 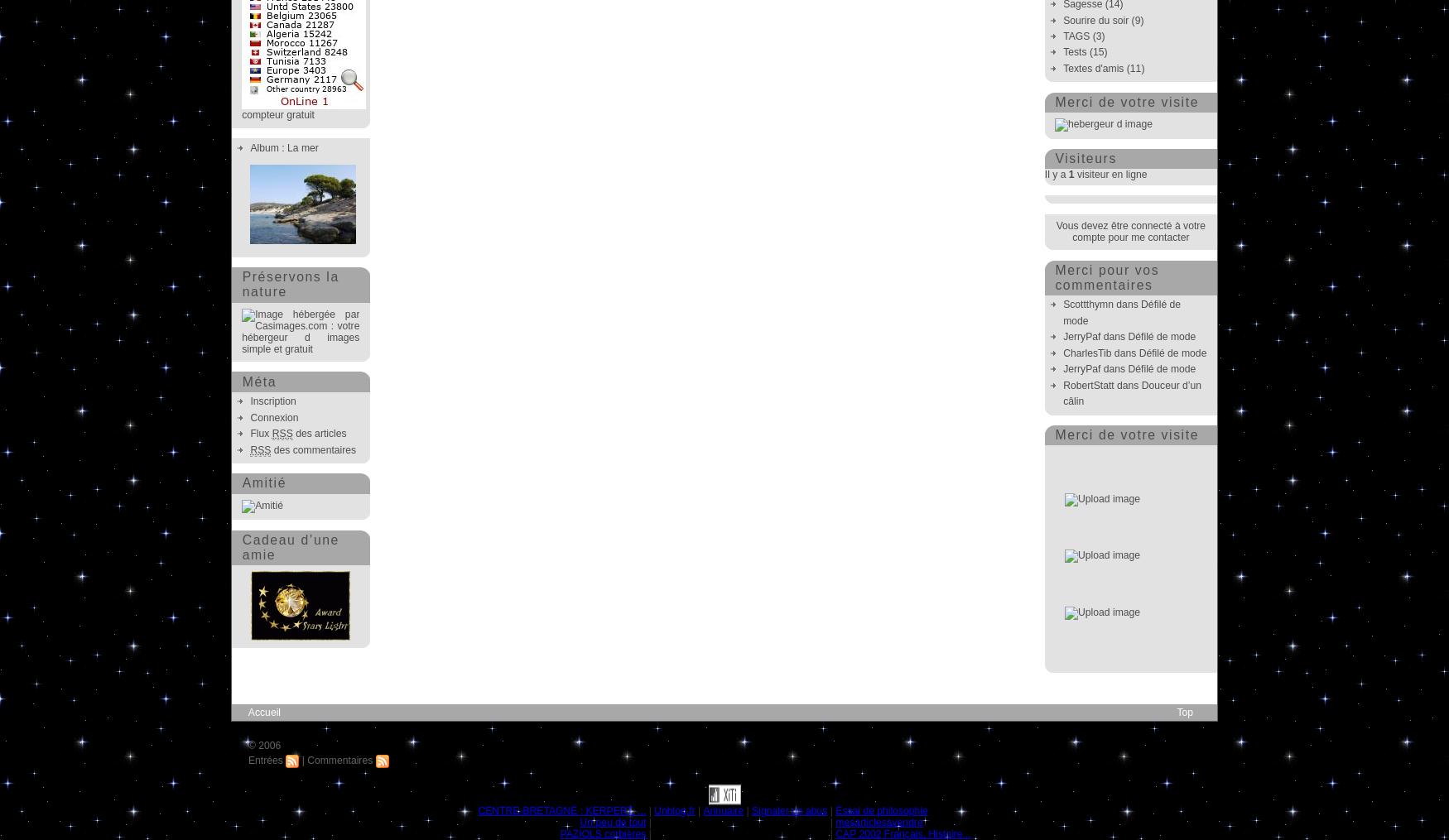 I want to click on 'Album : La mer', so click(x=284, y=146).